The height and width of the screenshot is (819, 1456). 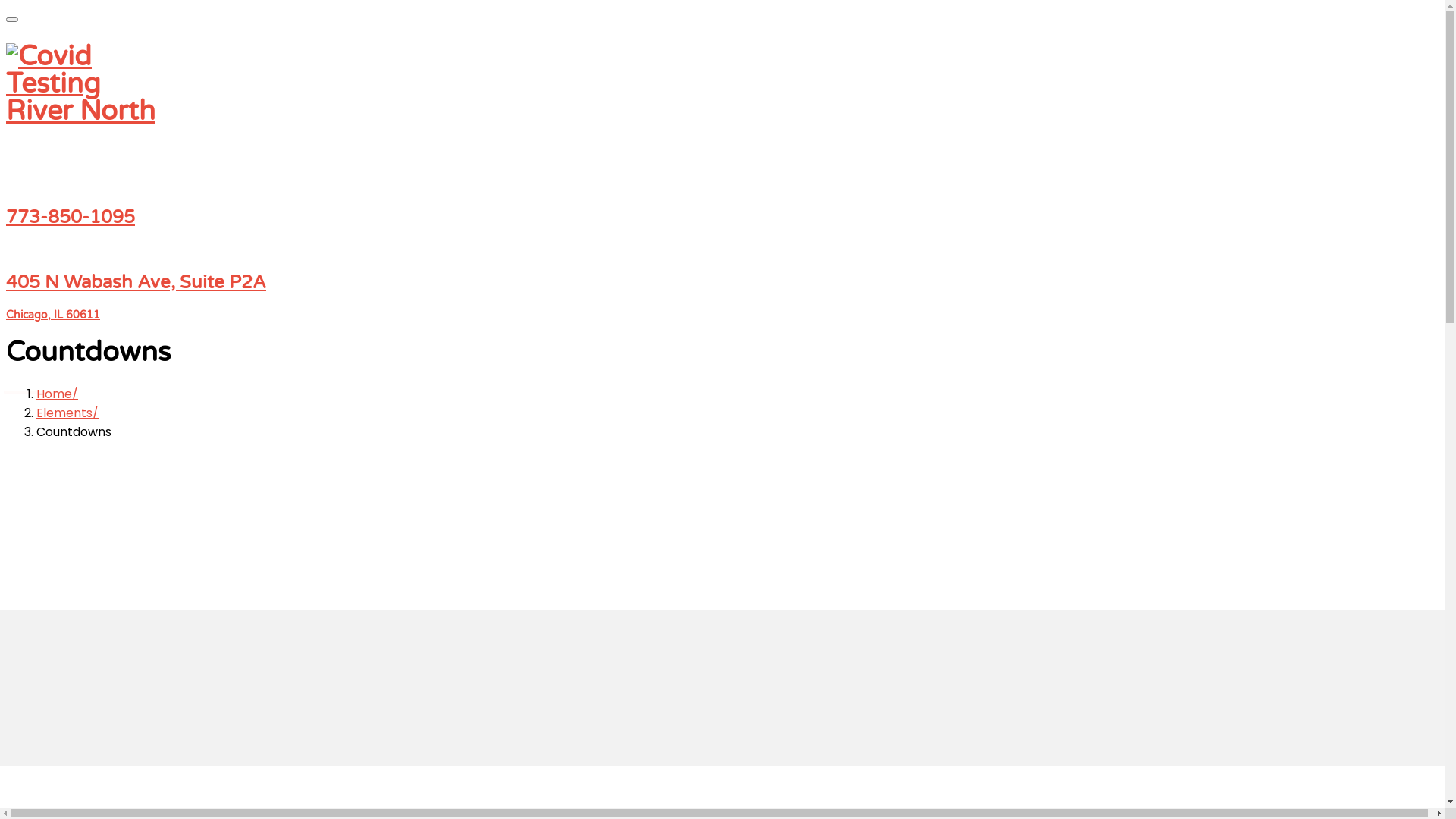 I want to click on '405 N Wabash Ave, Suite P2A, so click(x=721, y=297).